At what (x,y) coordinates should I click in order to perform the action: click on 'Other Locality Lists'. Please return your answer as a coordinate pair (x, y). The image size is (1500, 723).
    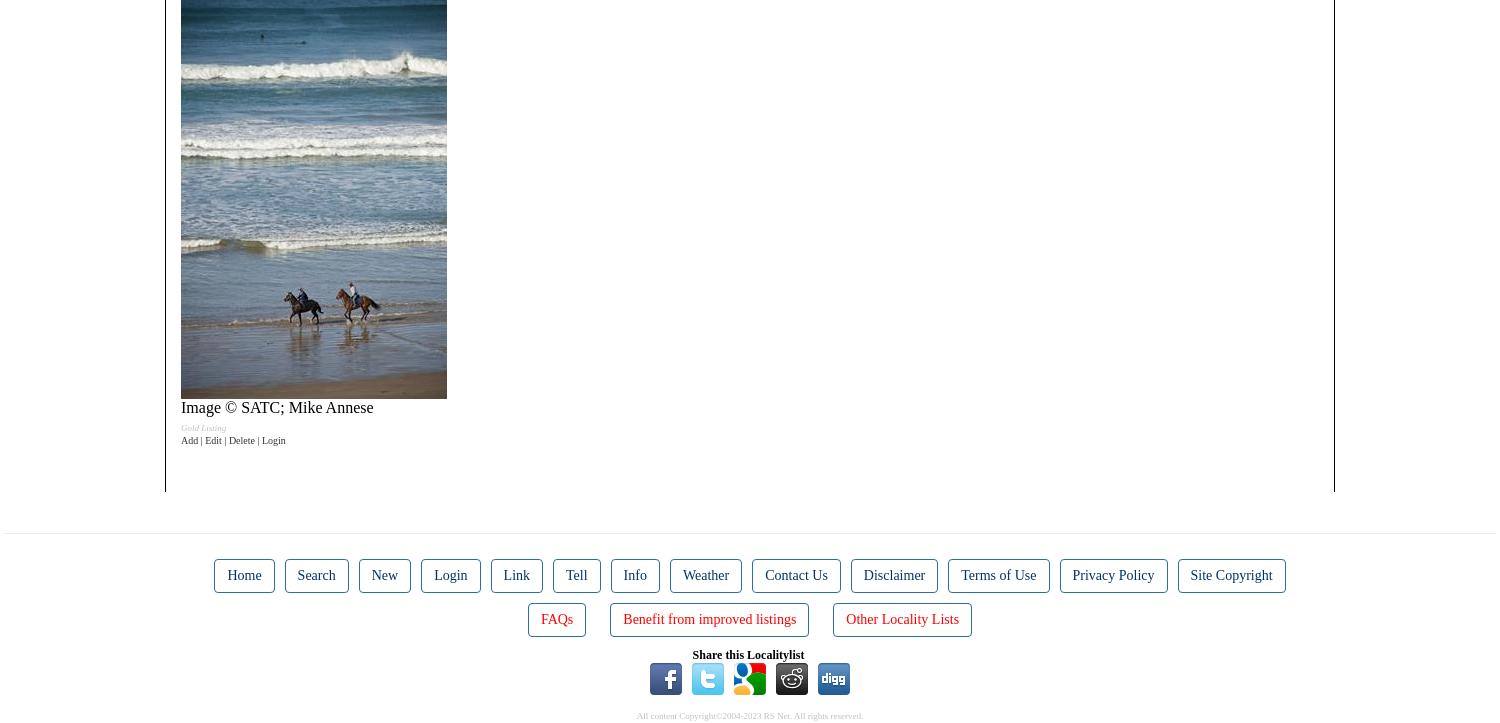
    Looking at the image, I should click on (902, 619).